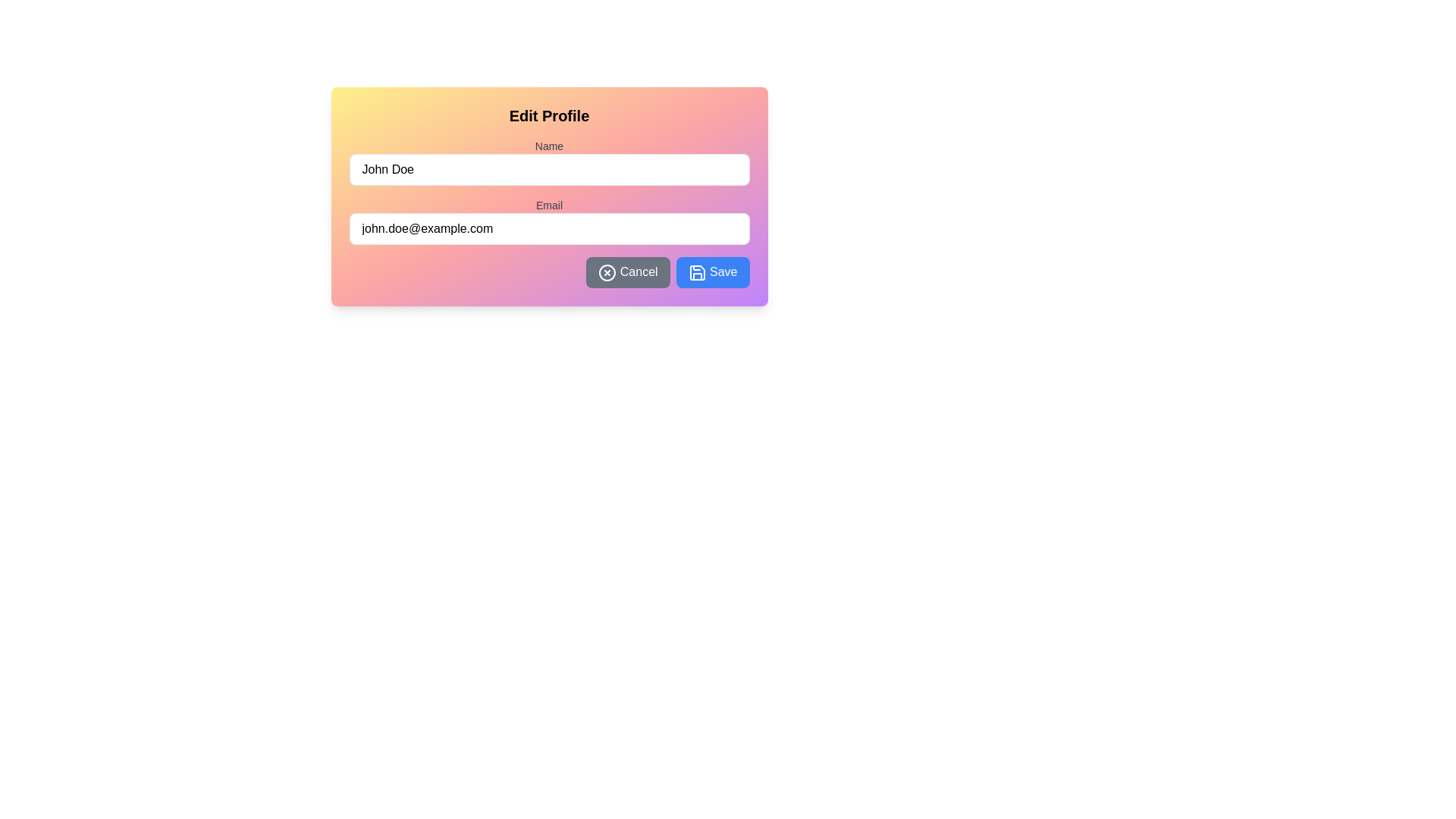 This screenshot has height=819, width=1456. What do you see at coordinates (712, 271) in the screenshot?
I see `the save button located at the bottom right of the form to observe the color change effect` at bounding box center [712, 271].